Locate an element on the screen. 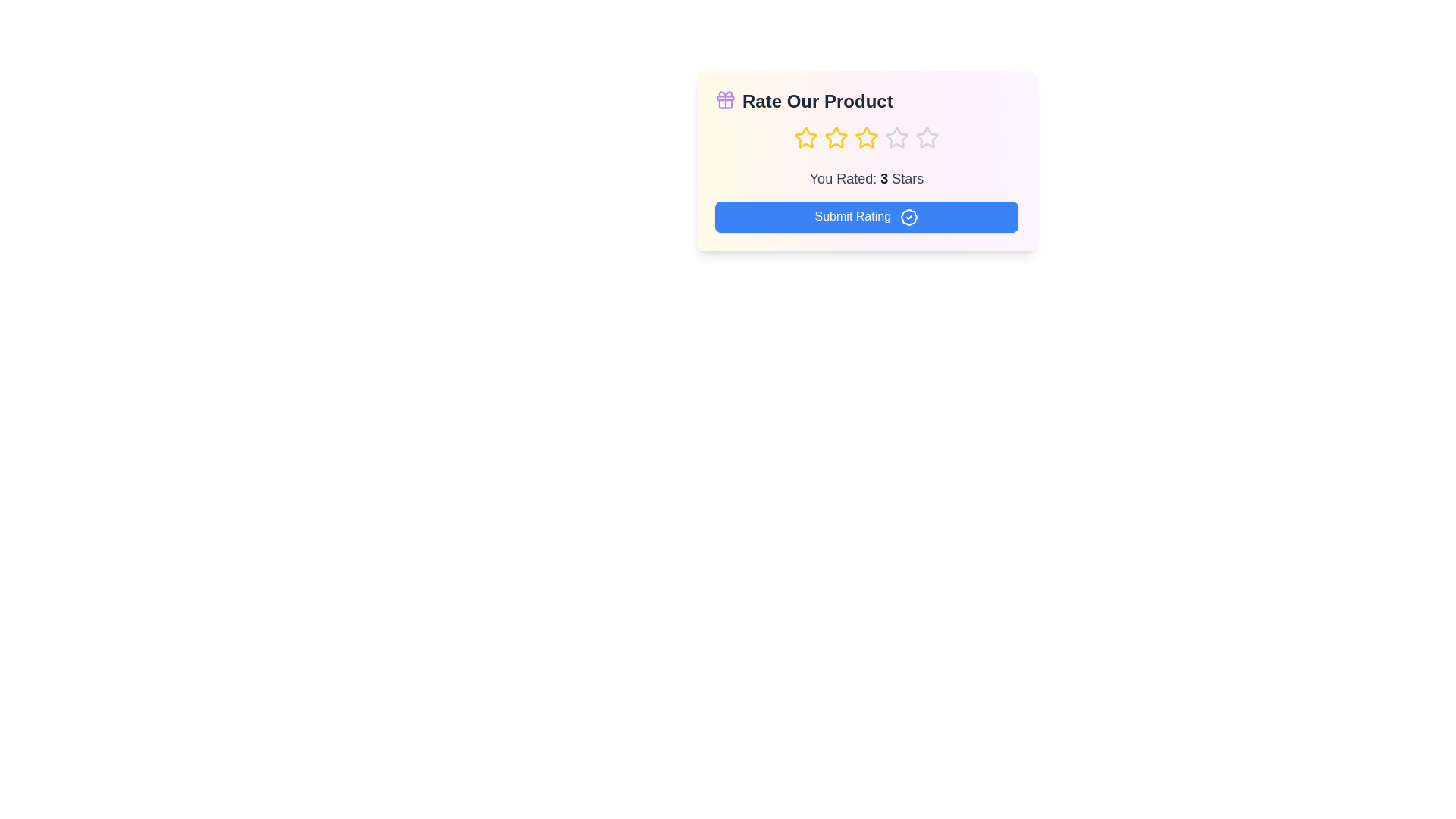 This screenshot has width=1456, height=819. the star corresponding to the desired rating 5 is located at coordinates (927, 137).